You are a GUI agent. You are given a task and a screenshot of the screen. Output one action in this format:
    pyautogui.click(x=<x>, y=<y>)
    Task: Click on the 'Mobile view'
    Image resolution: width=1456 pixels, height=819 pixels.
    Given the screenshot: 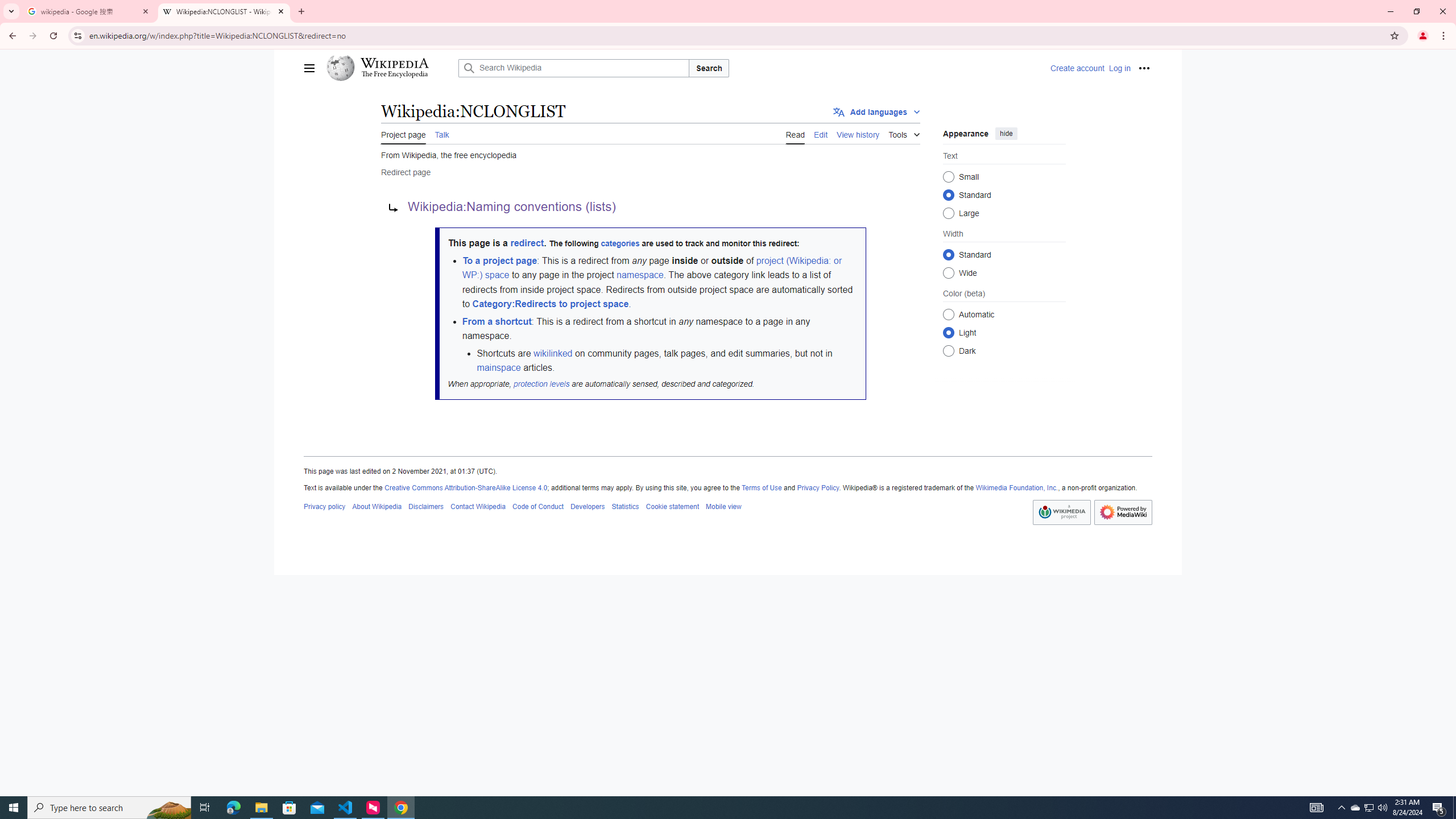 What is the action you would take?
    pyautogui.click(x=723, y=506)
    